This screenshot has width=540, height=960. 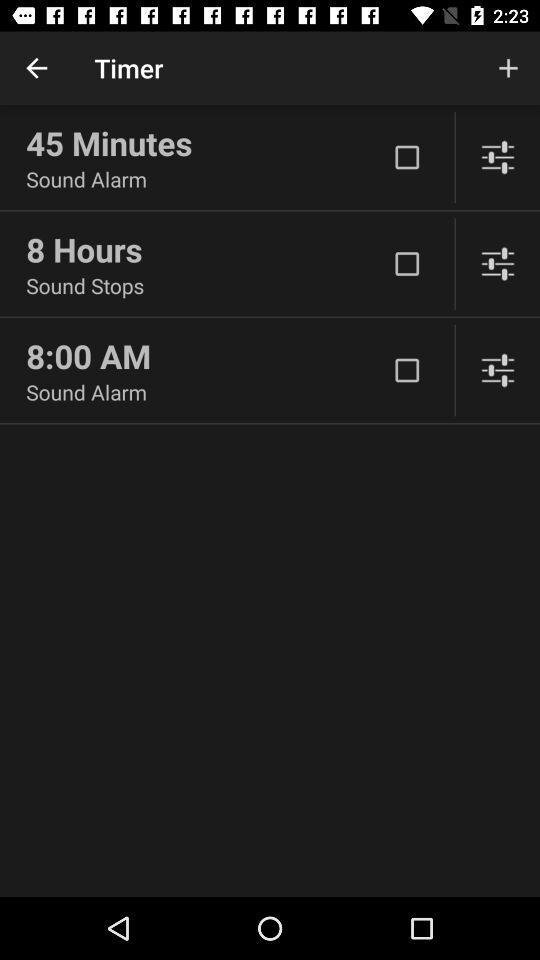 What do you see at coordinates (36, 68) in the screenshot?
I see `icon to the left of the timer item` at bounding box center [36, 68].